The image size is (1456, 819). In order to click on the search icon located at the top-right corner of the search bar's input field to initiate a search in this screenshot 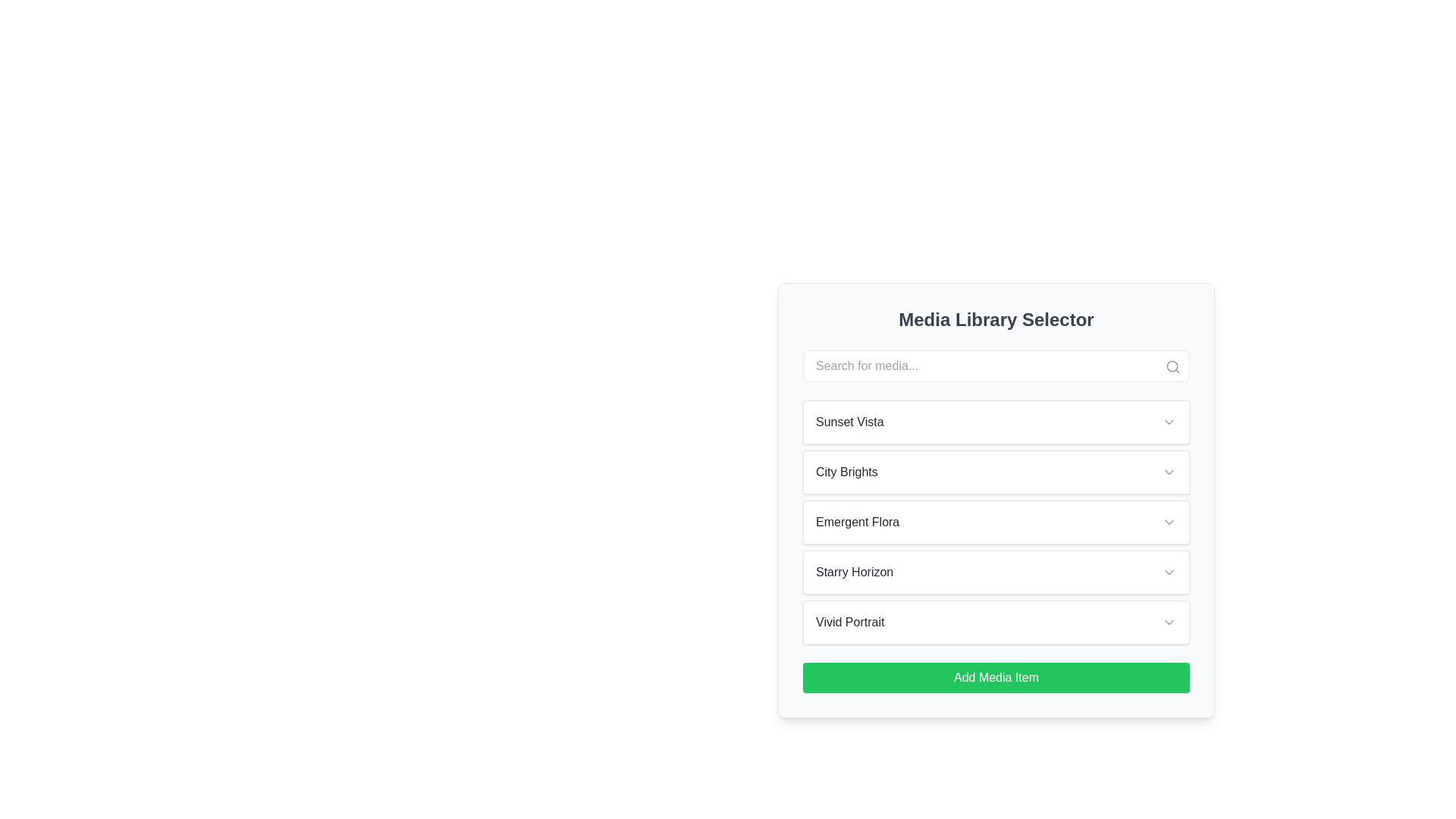, I will do `click(1172, 366)`.